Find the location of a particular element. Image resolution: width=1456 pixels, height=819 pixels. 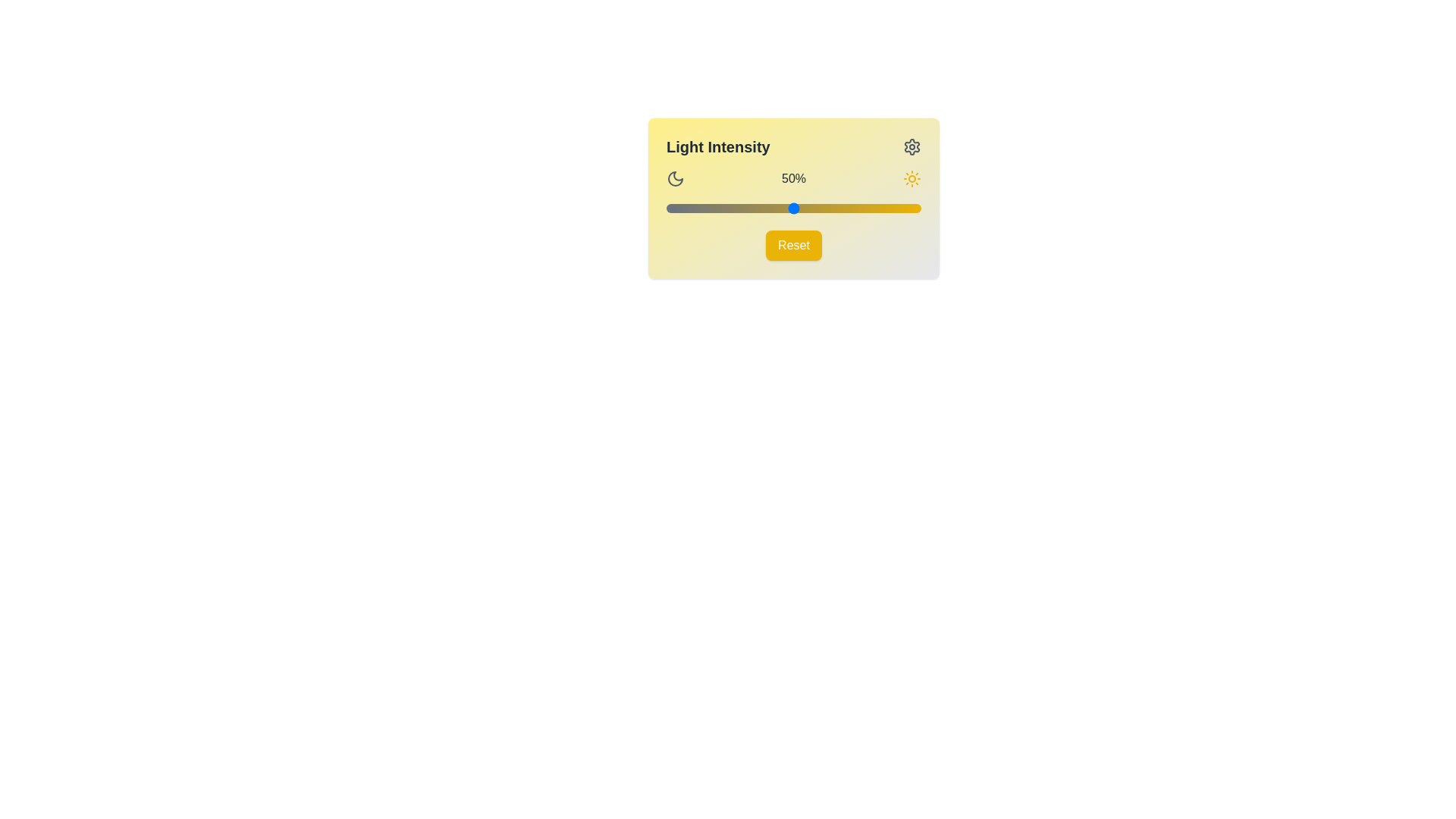

the brightness slider to 69% is located at coordinates (841, 208).